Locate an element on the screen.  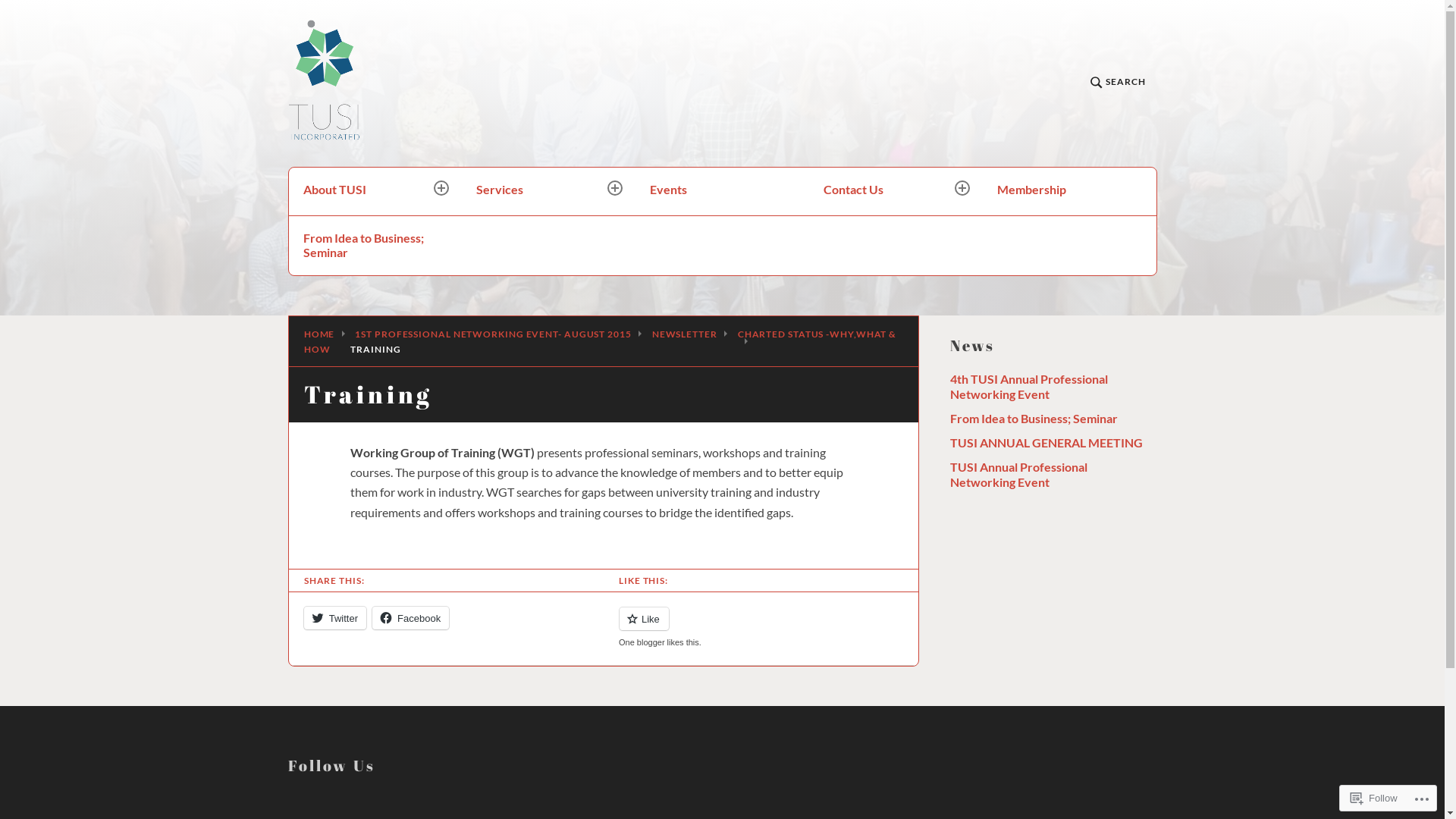
'Contact Us' is located at coordinates (807, 190).